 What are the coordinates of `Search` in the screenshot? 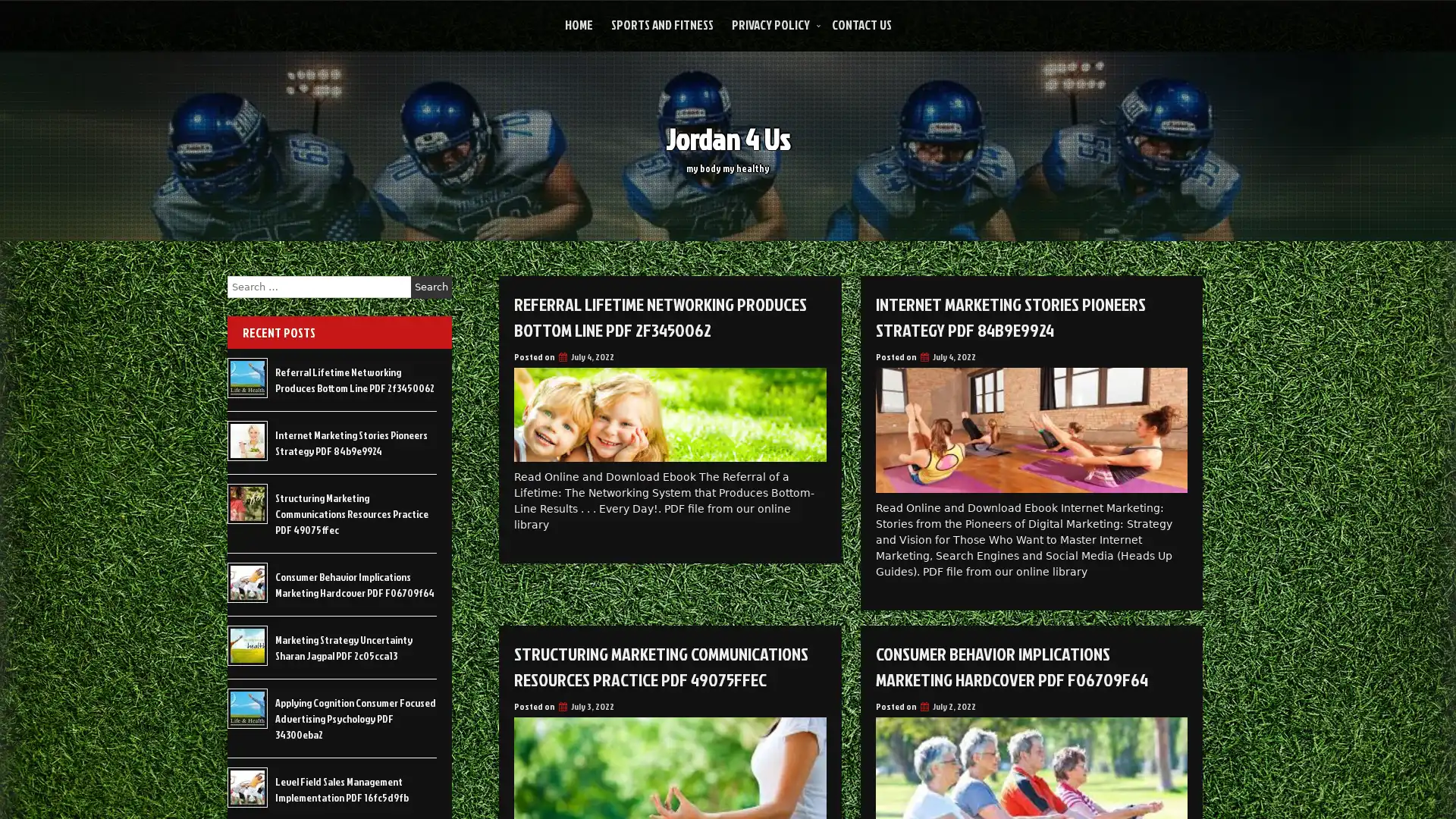 It's located at (431, 287).